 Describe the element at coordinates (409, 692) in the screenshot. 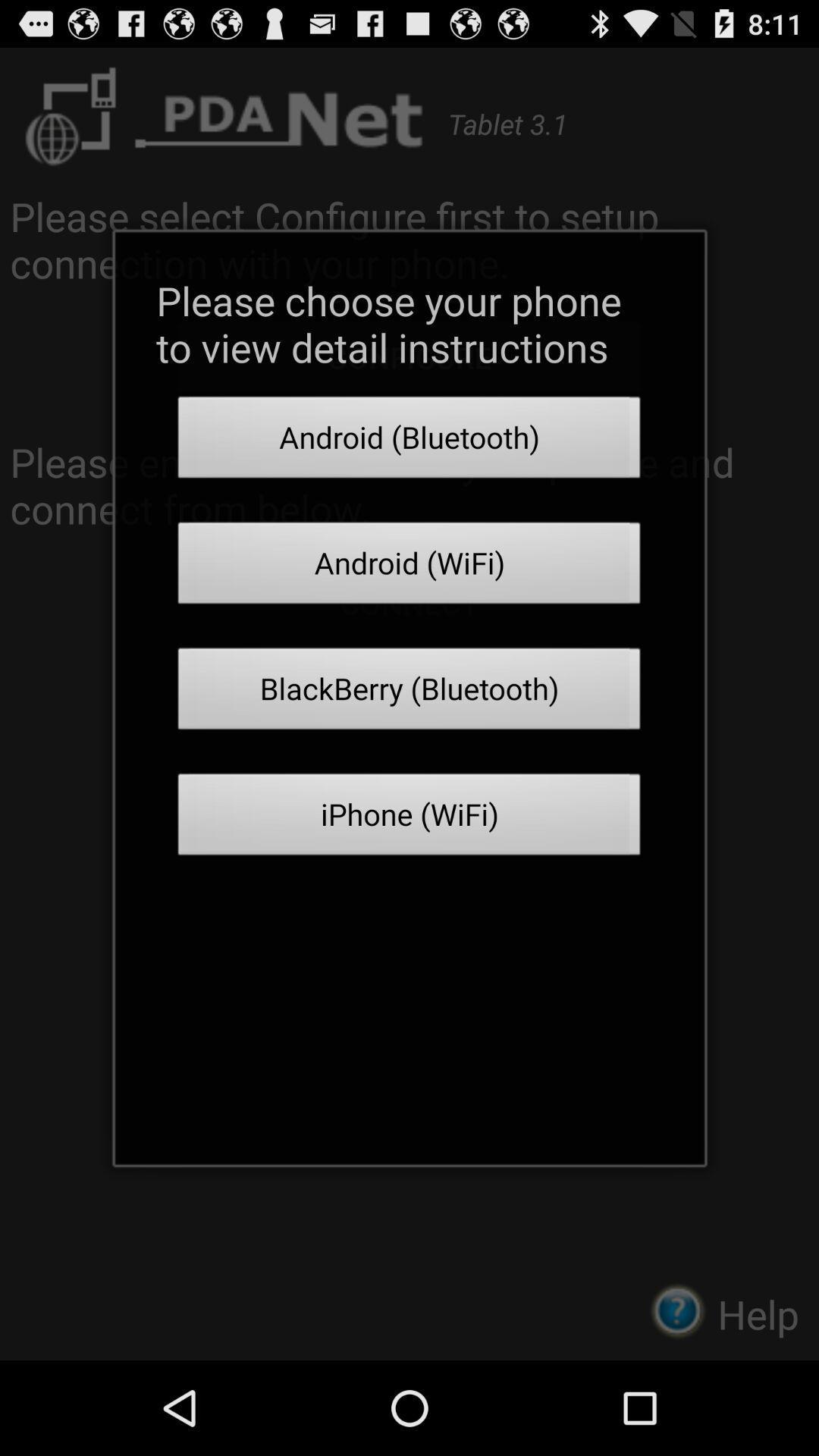

I see `the icon below the android (wifi)` at that location.